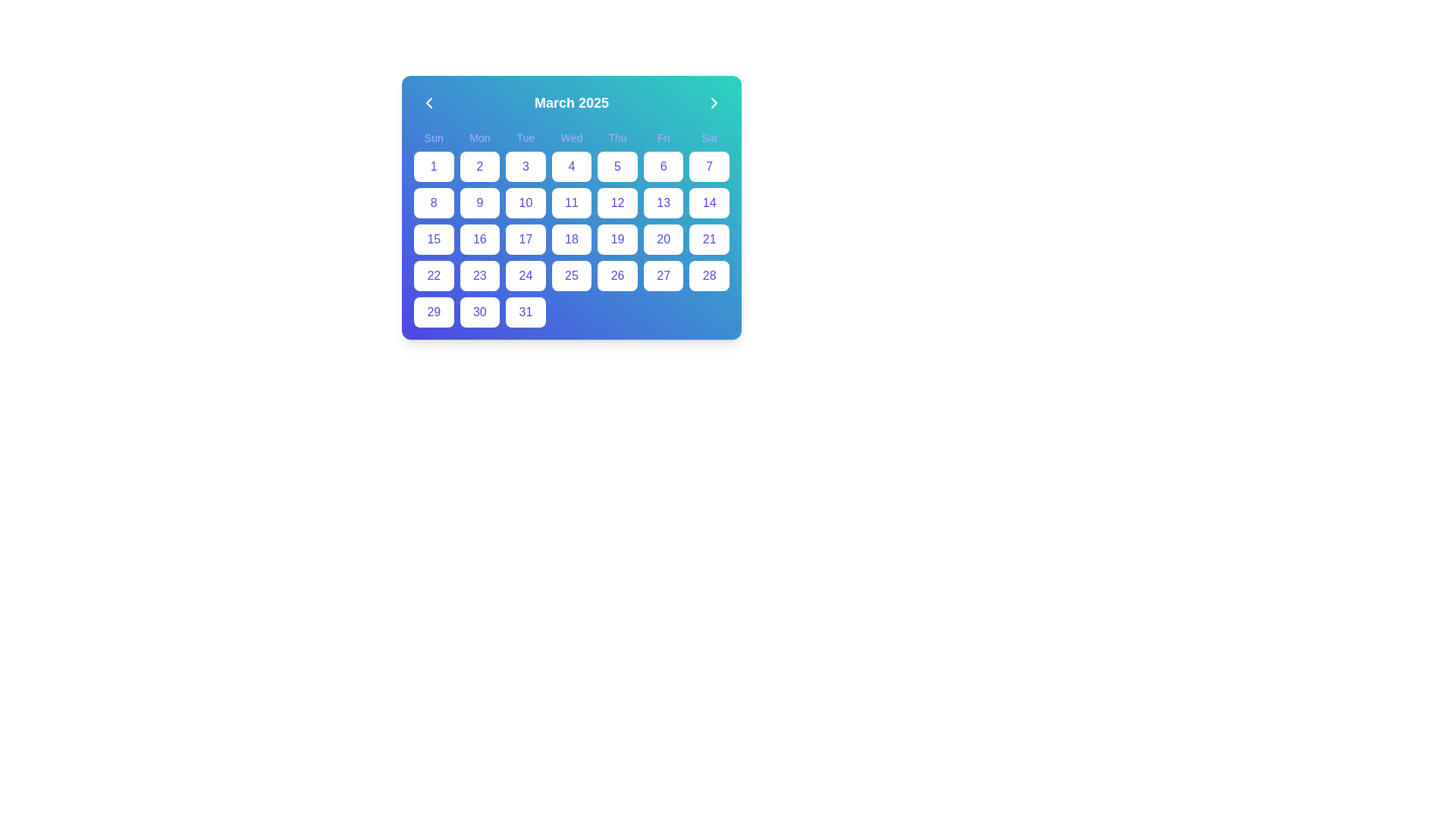 This screenshot has height=819, width=1456. What do you see at coordinates (708, 202) in the screenshot?
I see `the square-shaped button with a rounded border, white background, and blue text '14'` at bounding box center [708, 202].